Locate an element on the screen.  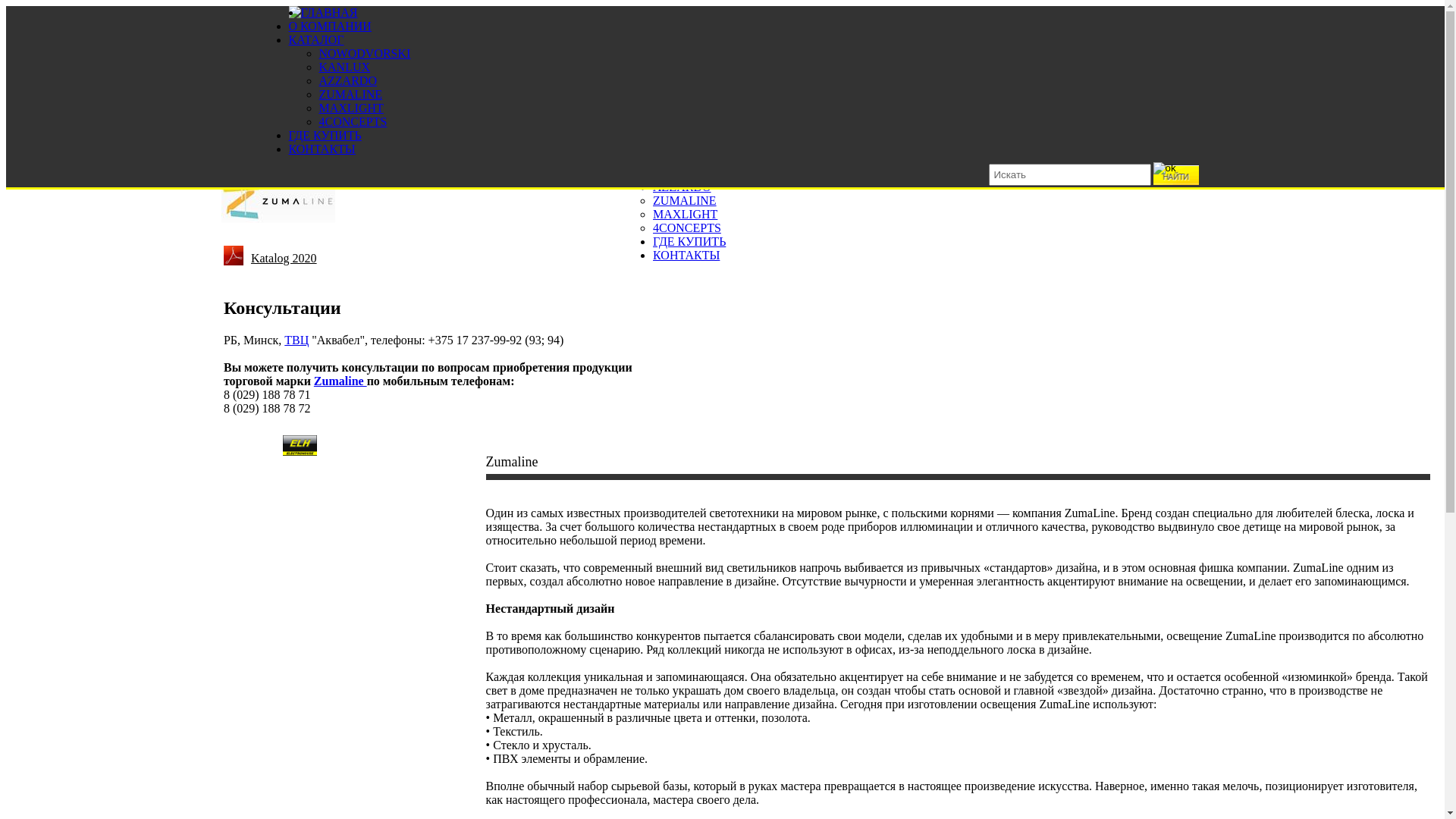
'KANLUX' is located at coordinates (344, 66).